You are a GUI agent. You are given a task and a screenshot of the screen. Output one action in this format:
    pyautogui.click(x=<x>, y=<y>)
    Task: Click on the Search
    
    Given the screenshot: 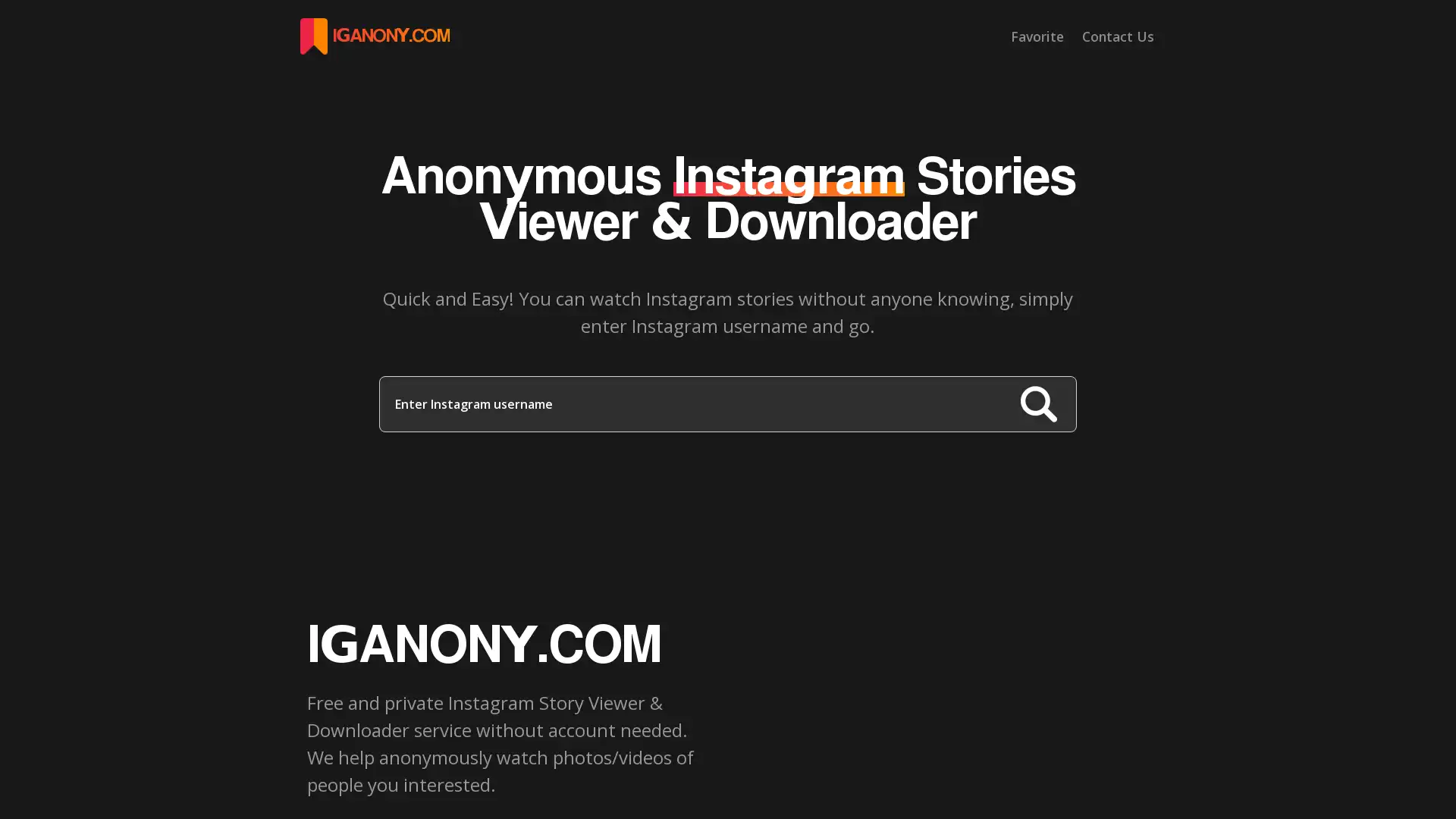 What is the action you would take?
    pyautogui.click(x=1037, y=403)
    